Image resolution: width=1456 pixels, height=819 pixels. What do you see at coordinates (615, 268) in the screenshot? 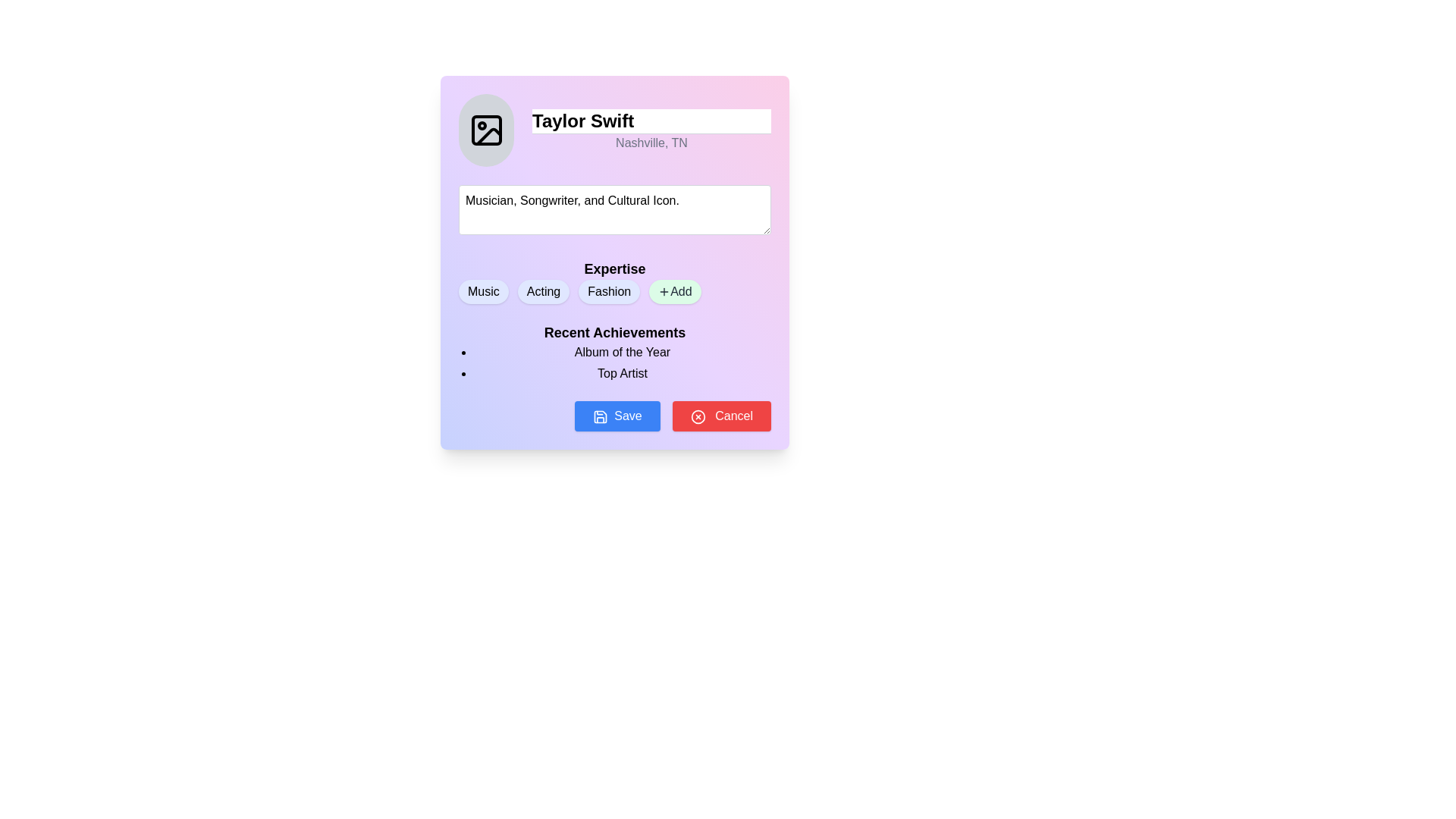
I see `the label that introduces the expertise-related tags, positioned above 'Music,' 'Acting,' 'Fashion,' and the add button` at bounding box center [615, 268].